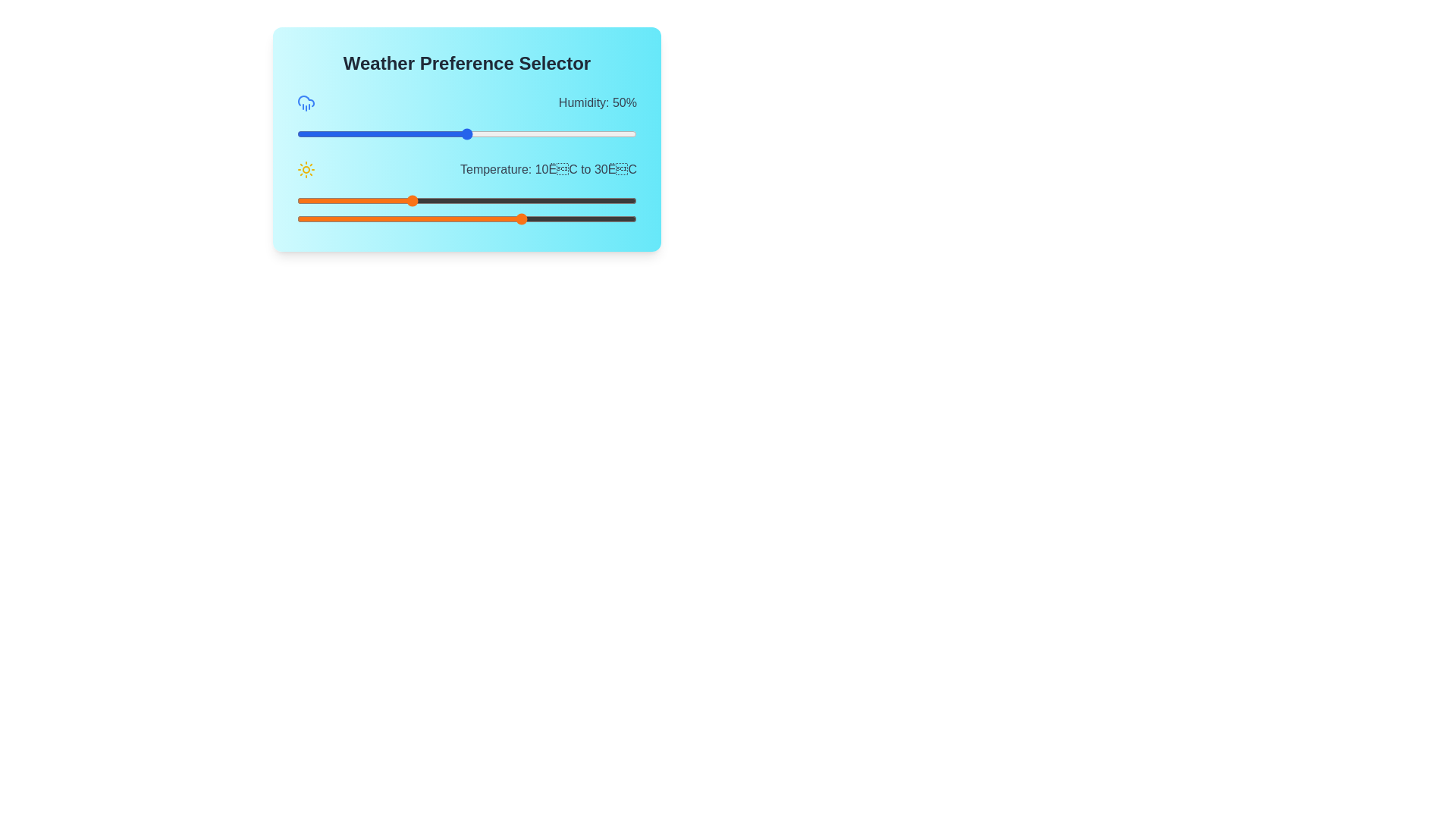 The height and width of the screenshot is (819, 1456). I want to click on the minimum temperature preference to 37°C using the first orange slider, so click(562, 200).